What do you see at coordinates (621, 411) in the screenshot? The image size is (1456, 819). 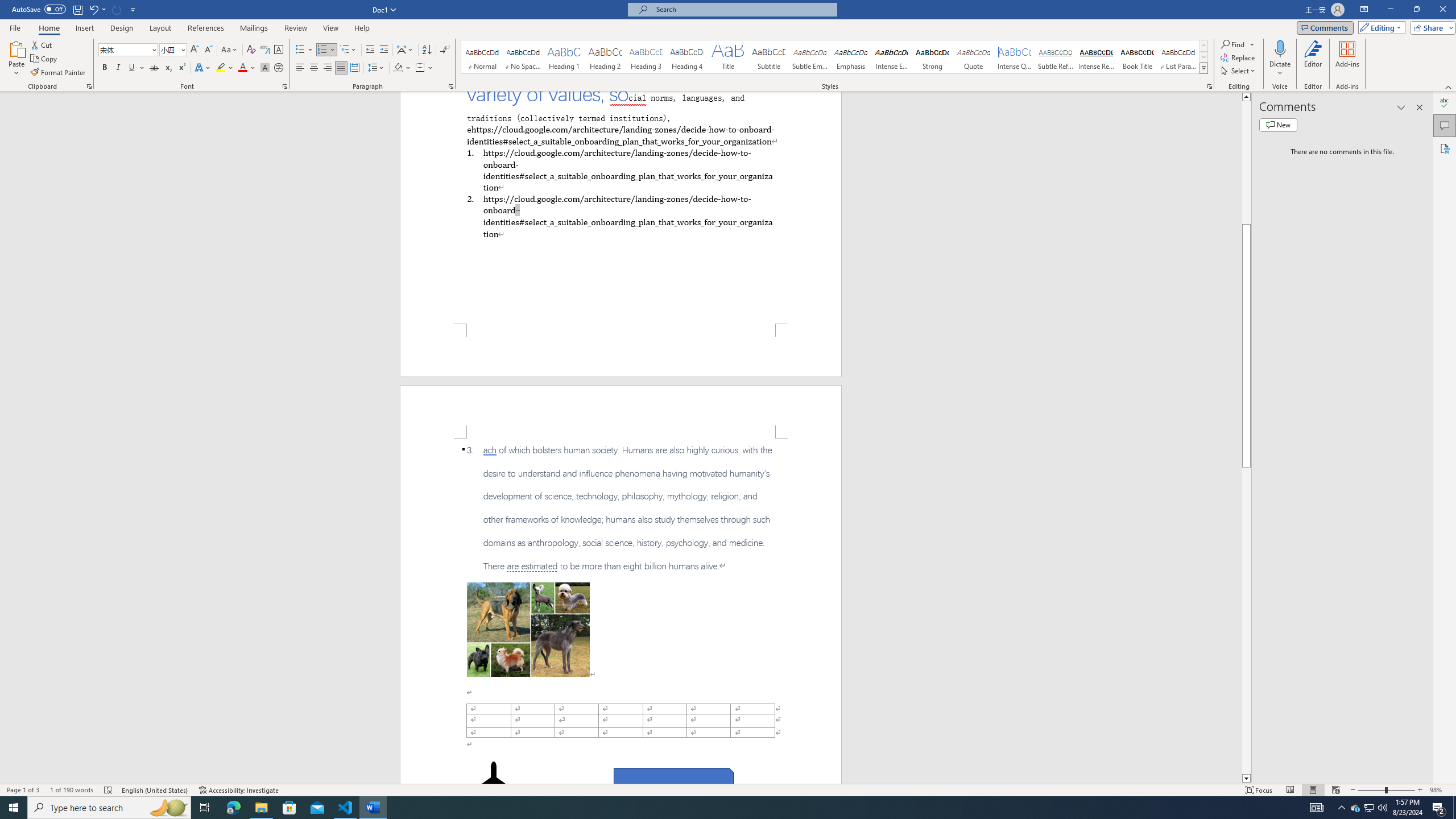 I see `'Header -Section 1-'` at bounding box center [621, 411].